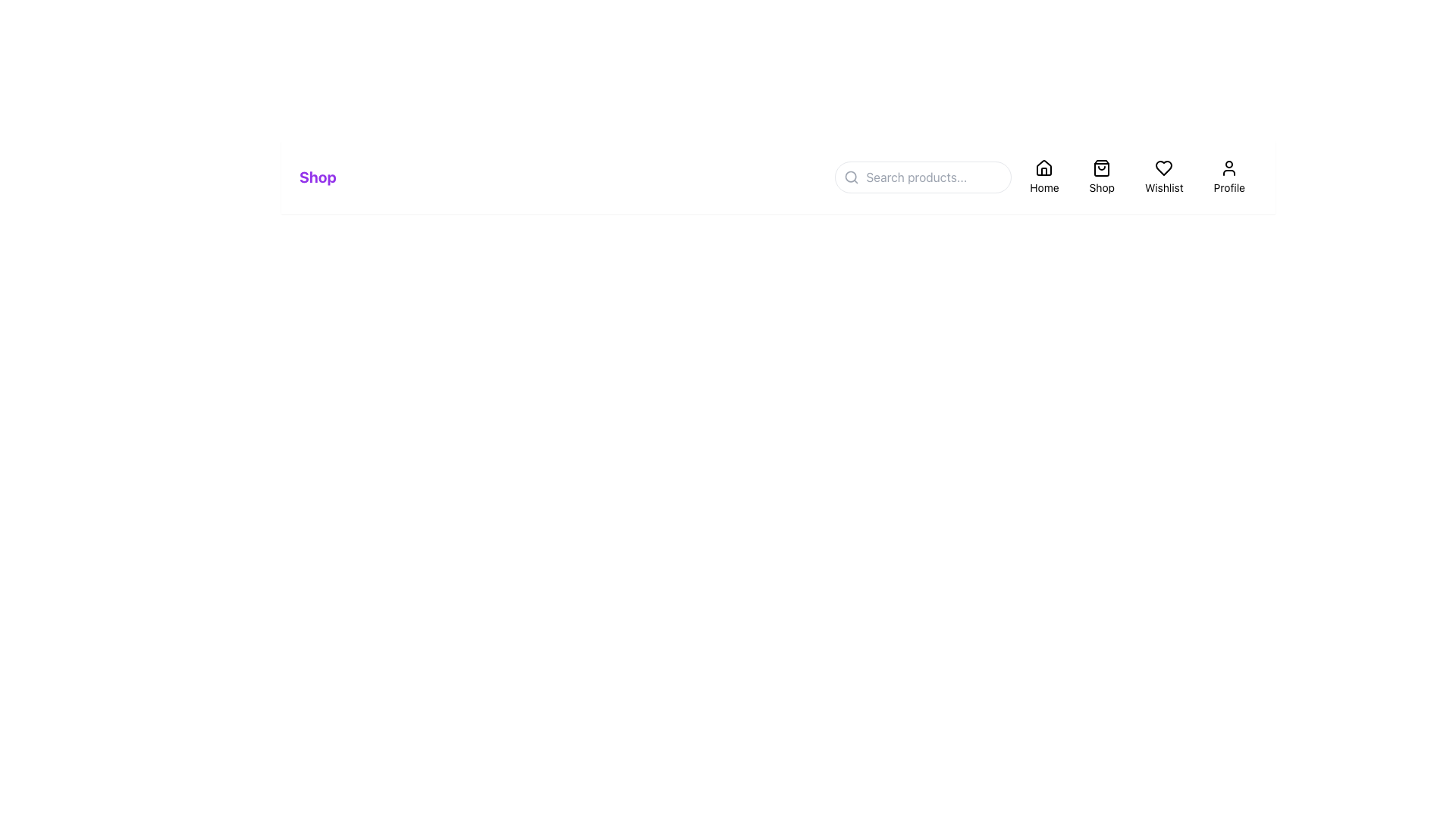 The image size is (1456, 819). Describe the element at coordinates (1043, 177) in the screenshot. I see `the navigation button in the top-right corner that redirects to the home page to observe the hover effect` at that location.